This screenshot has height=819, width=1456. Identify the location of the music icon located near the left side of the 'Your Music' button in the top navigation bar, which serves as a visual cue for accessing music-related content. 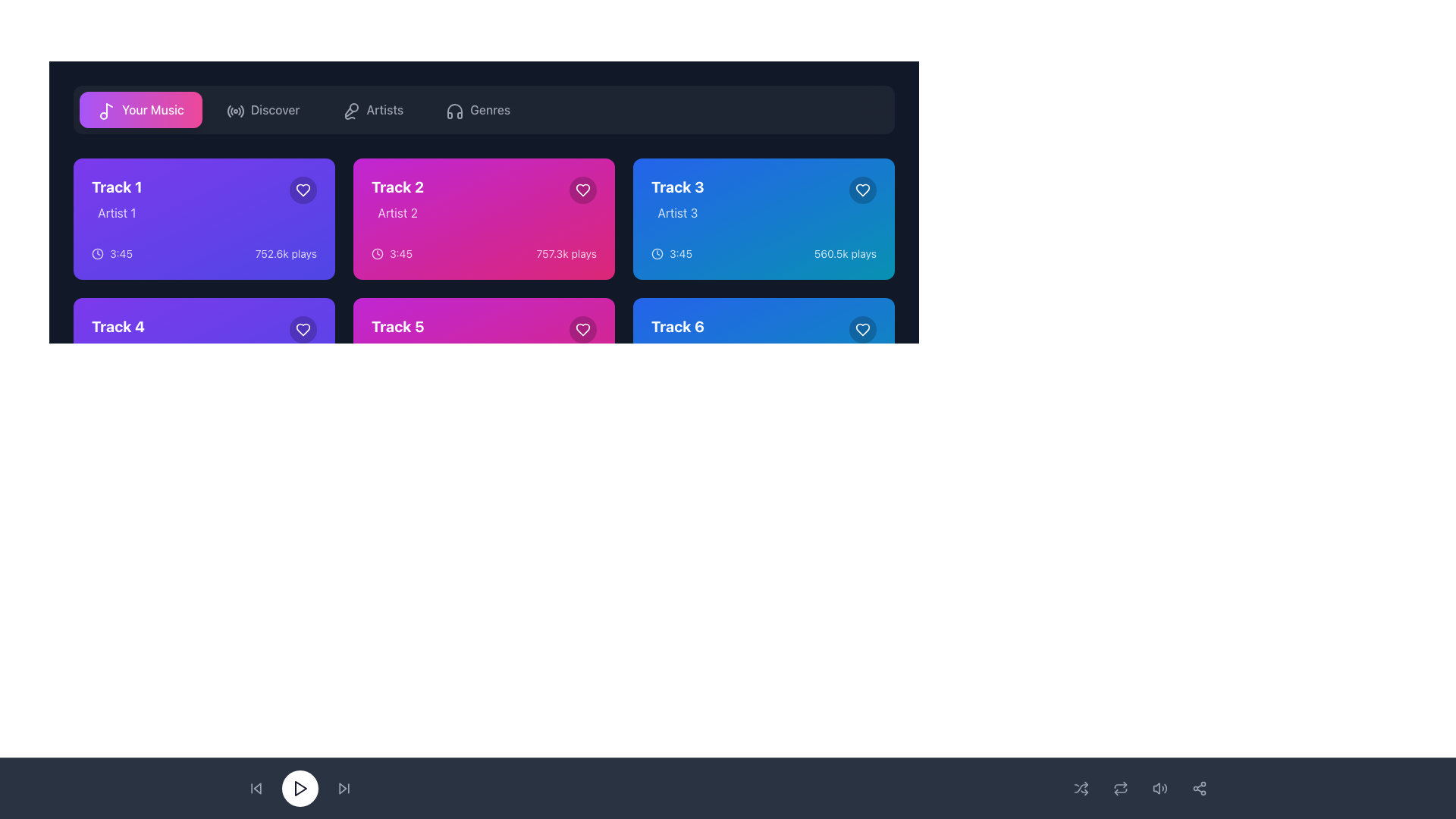
(105, 109).